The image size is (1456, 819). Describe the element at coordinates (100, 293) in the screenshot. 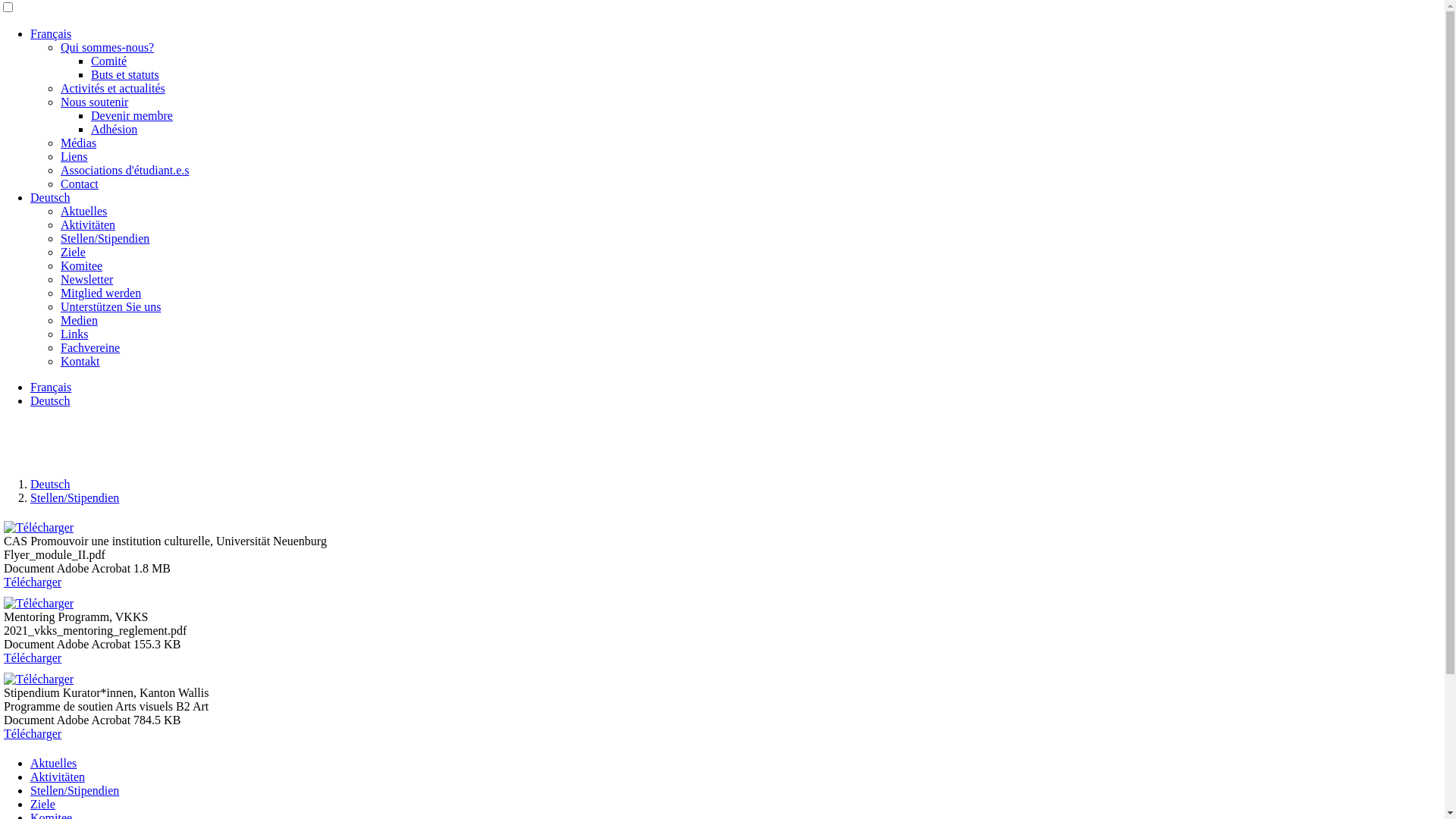

I see `'Mitglied werden'` at that location.